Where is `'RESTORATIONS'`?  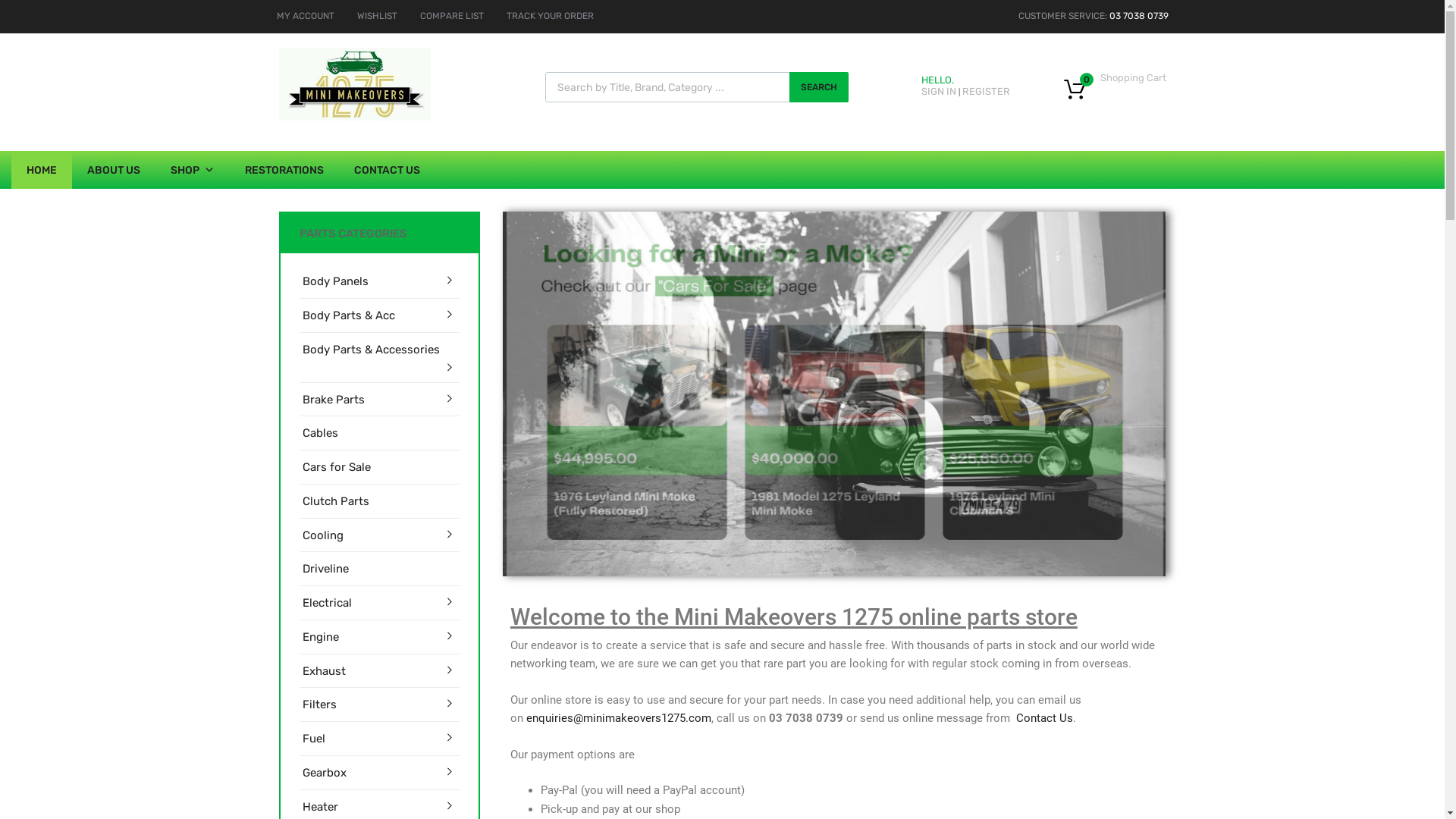 'RESTORATIONS' is located at coordinates (284, 169).